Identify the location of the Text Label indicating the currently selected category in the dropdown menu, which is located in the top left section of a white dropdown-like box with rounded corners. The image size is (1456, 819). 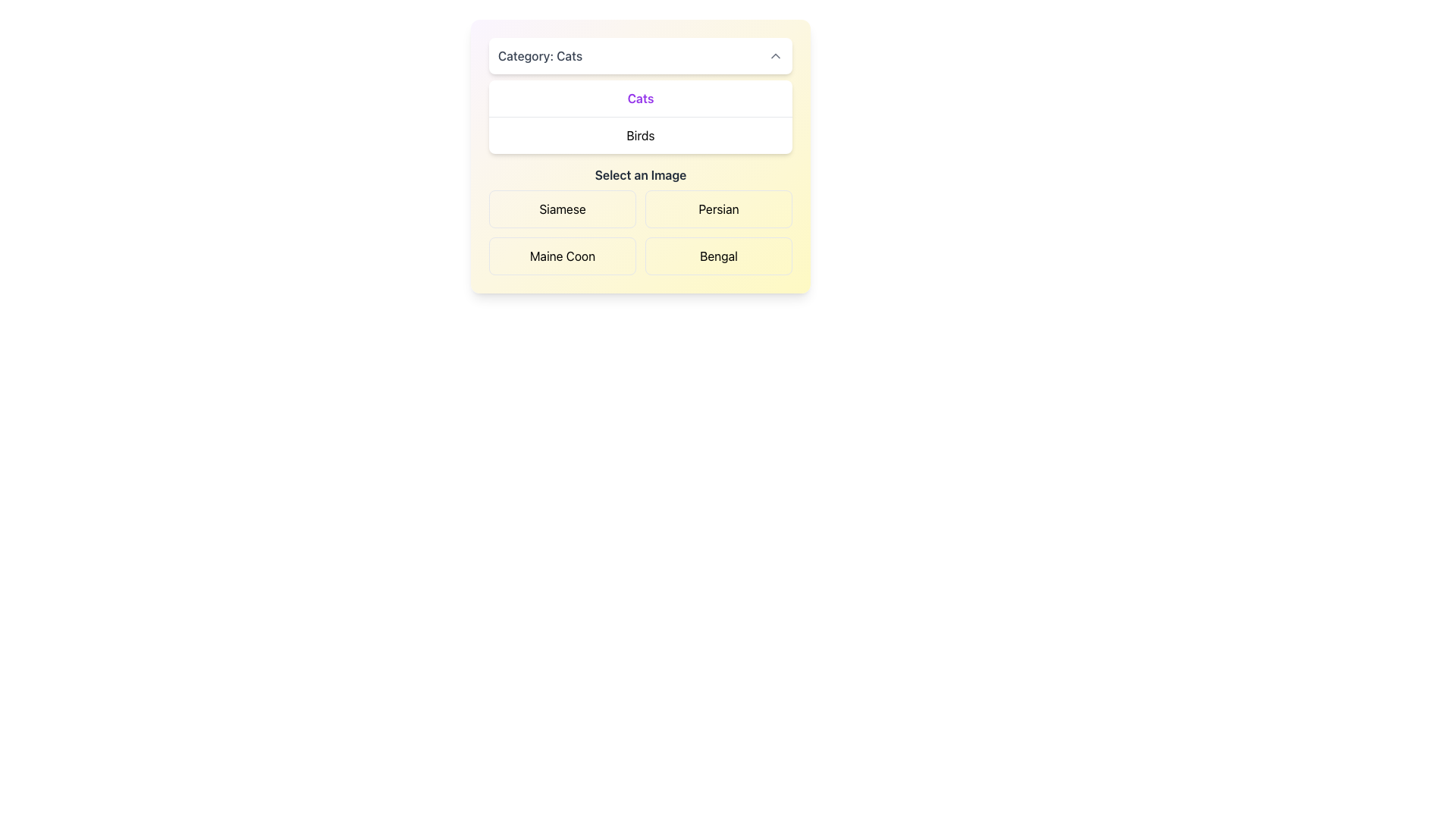
(540, 55).